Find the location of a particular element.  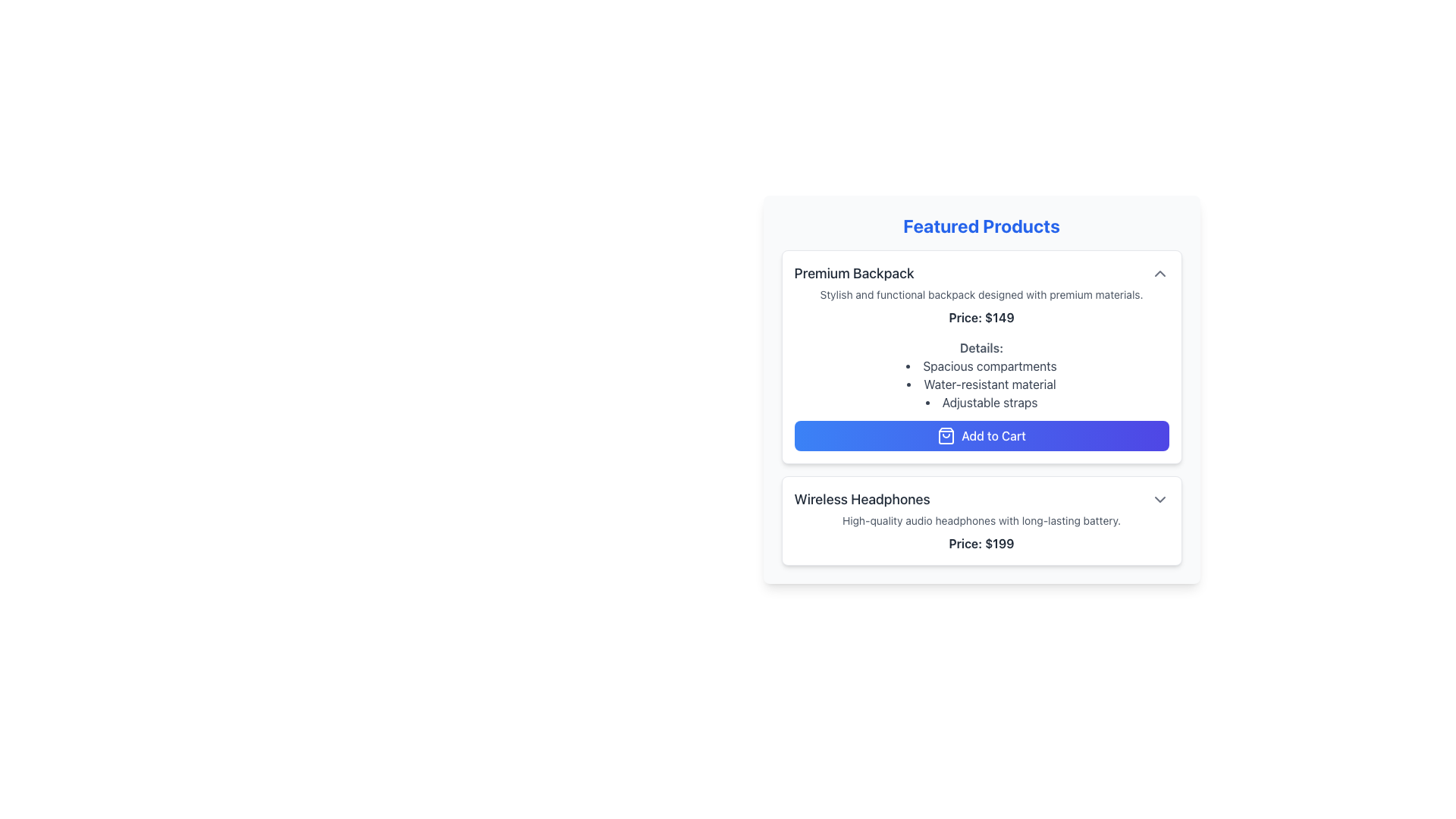

the 'Add to Cart' button, which is a horizontally elongated button with a gradient background from blue to purple, featuring a shopping bag icon and centered white text is located at coordinates (981, 435).